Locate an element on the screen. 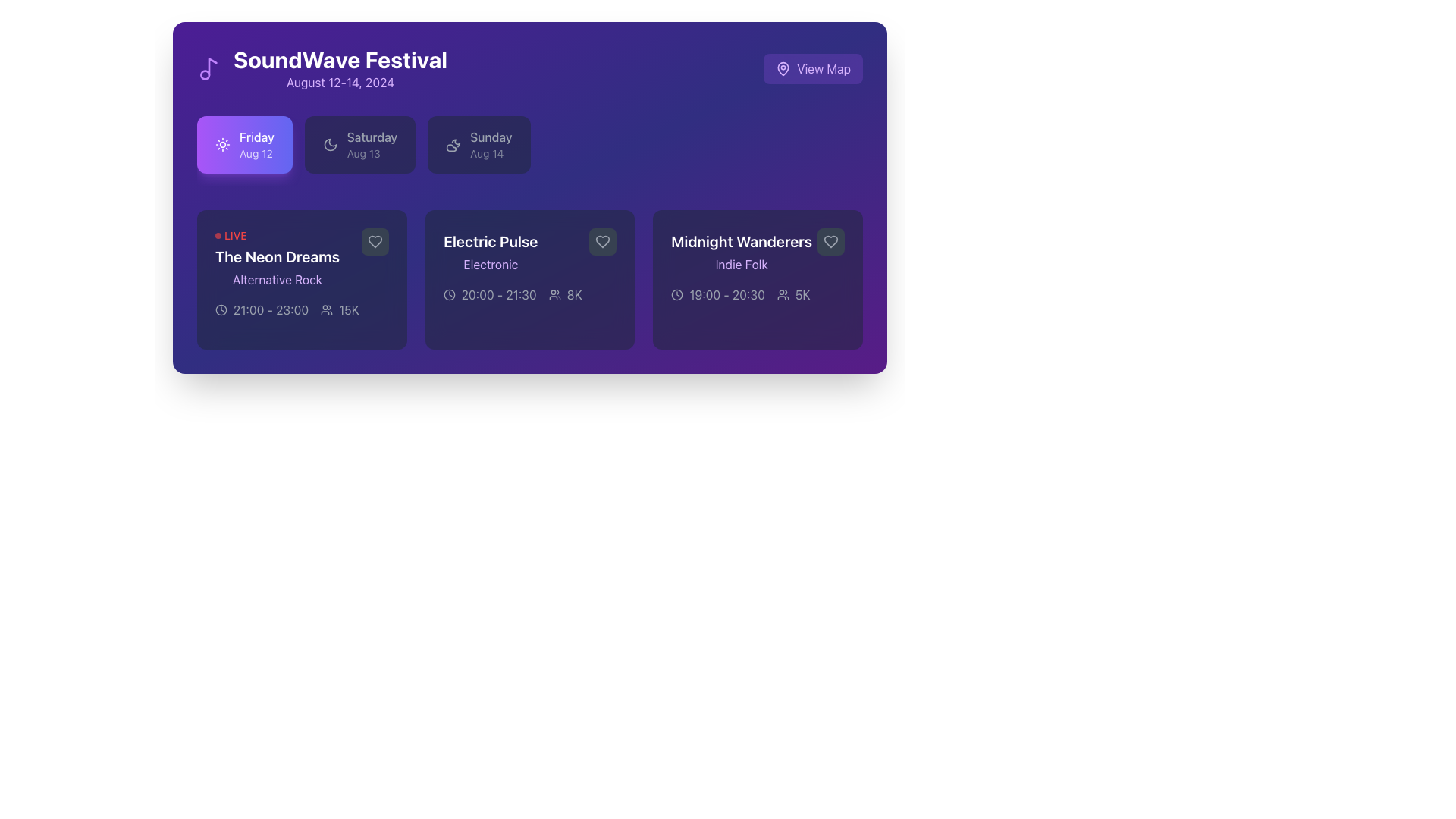  the heart icon in 'The Neon Dreams' card under the 'Friday, Aug 12' section is located at coordinates (375, 241).